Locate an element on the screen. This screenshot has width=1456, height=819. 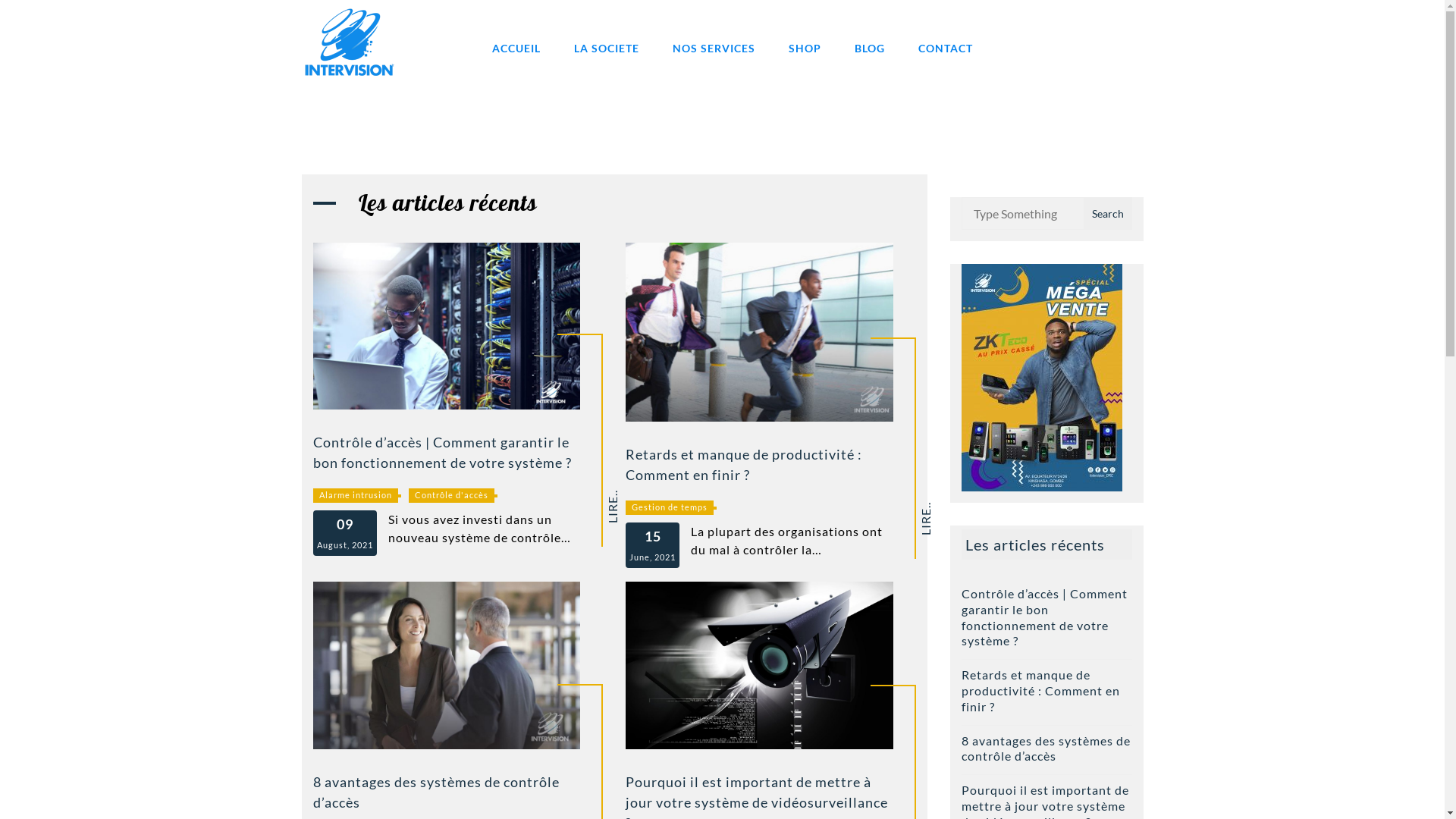
'LA SOCIETE' is located at coordinates (557, 47).